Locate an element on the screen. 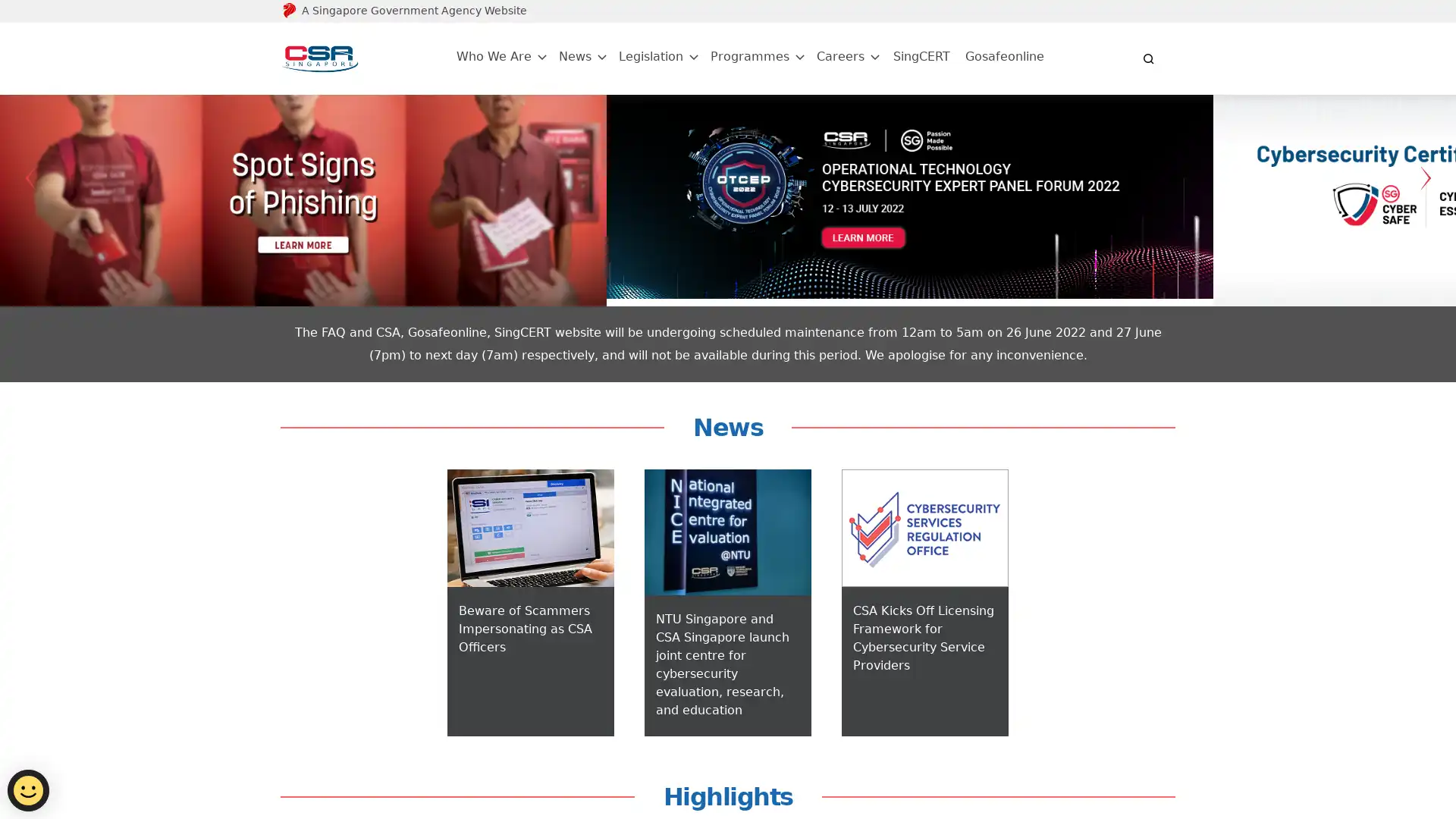  Previous is located at coordinates (30, 212).